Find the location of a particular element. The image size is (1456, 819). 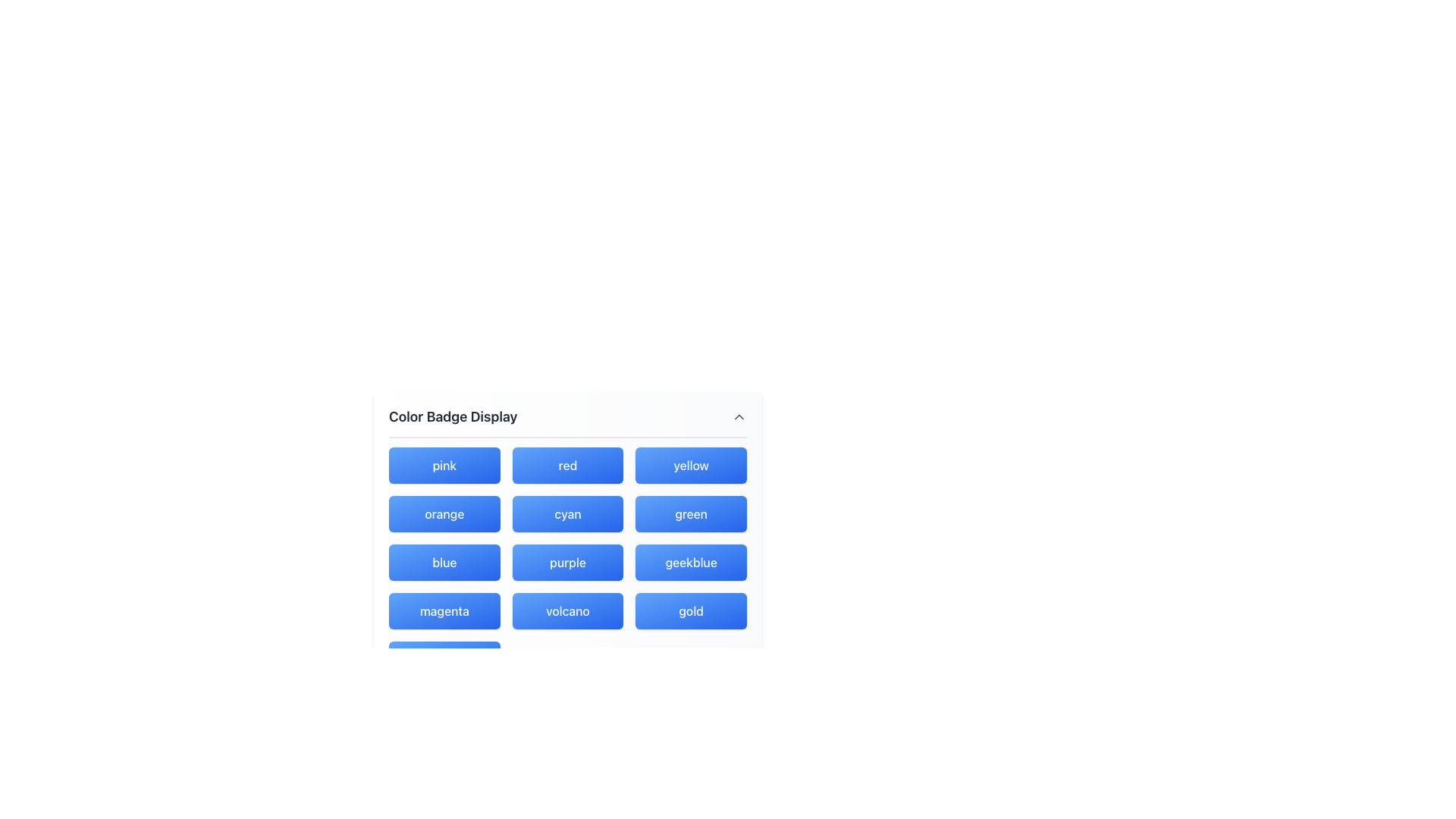

the 'volcano' button located in the center column of the last row in the grid, positioned between 'magenta' and 'gold' is located at coordinates (566, 610).